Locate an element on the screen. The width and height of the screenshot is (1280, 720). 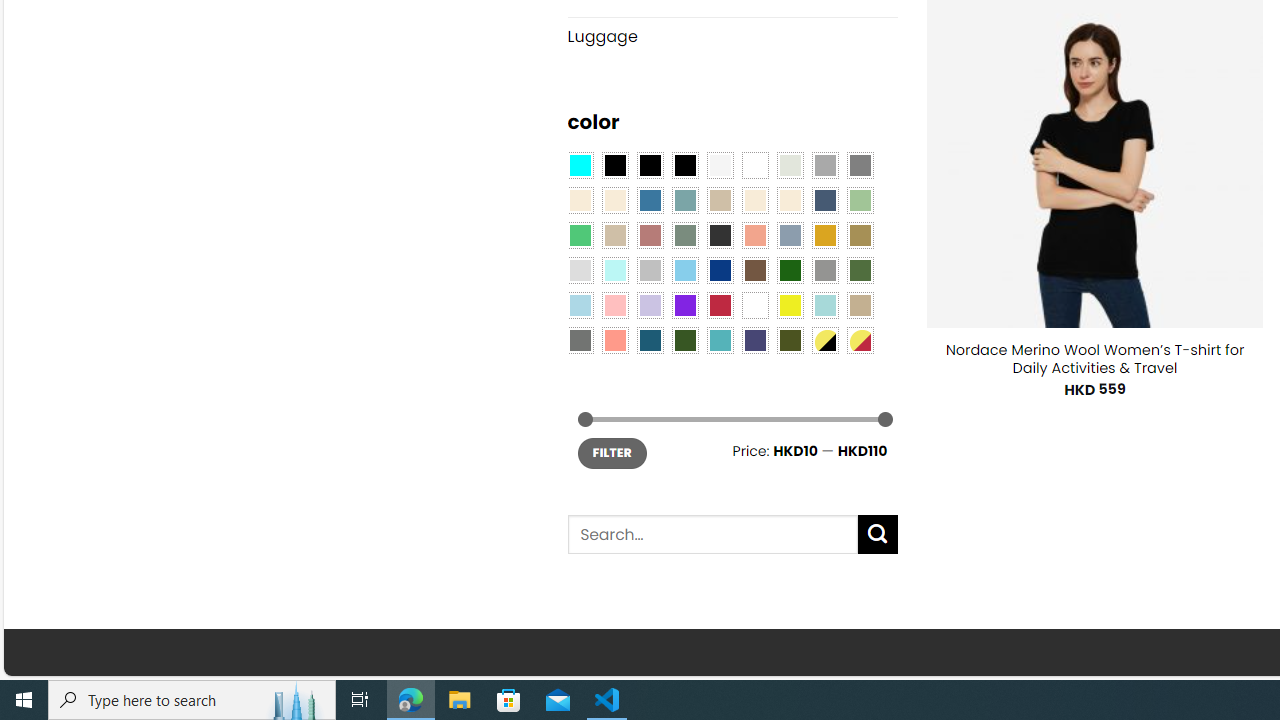
'Submit' is located at coordinates (878, 532).